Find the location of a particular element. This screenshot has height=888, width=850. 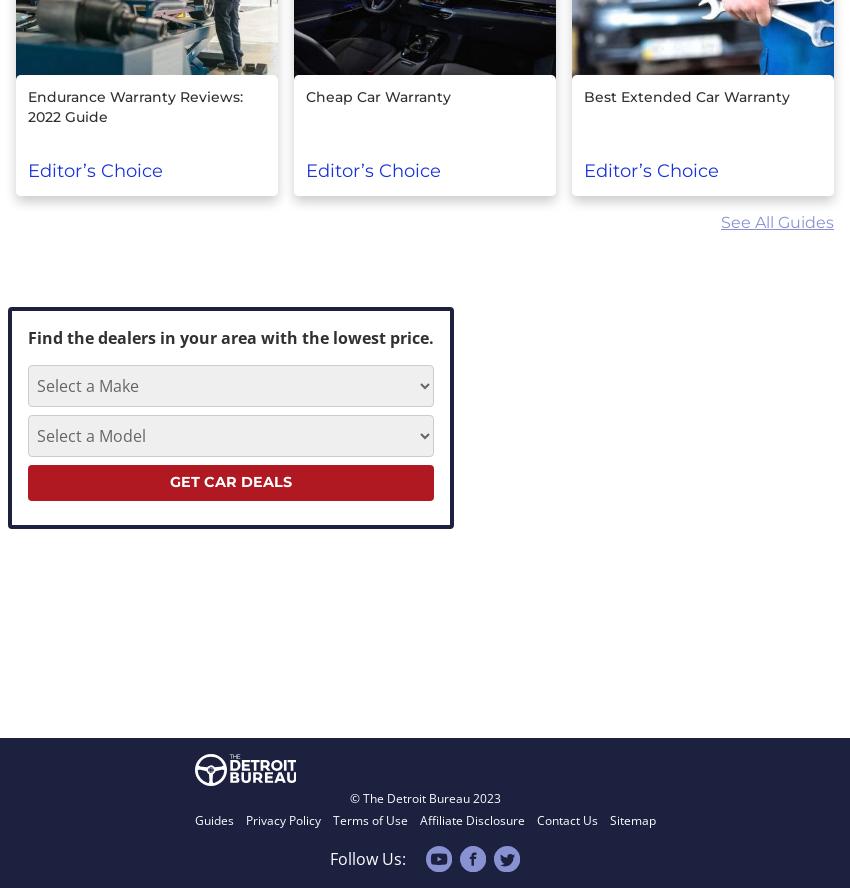

'Terms  of  Use' is located at coordinates (368, 819).